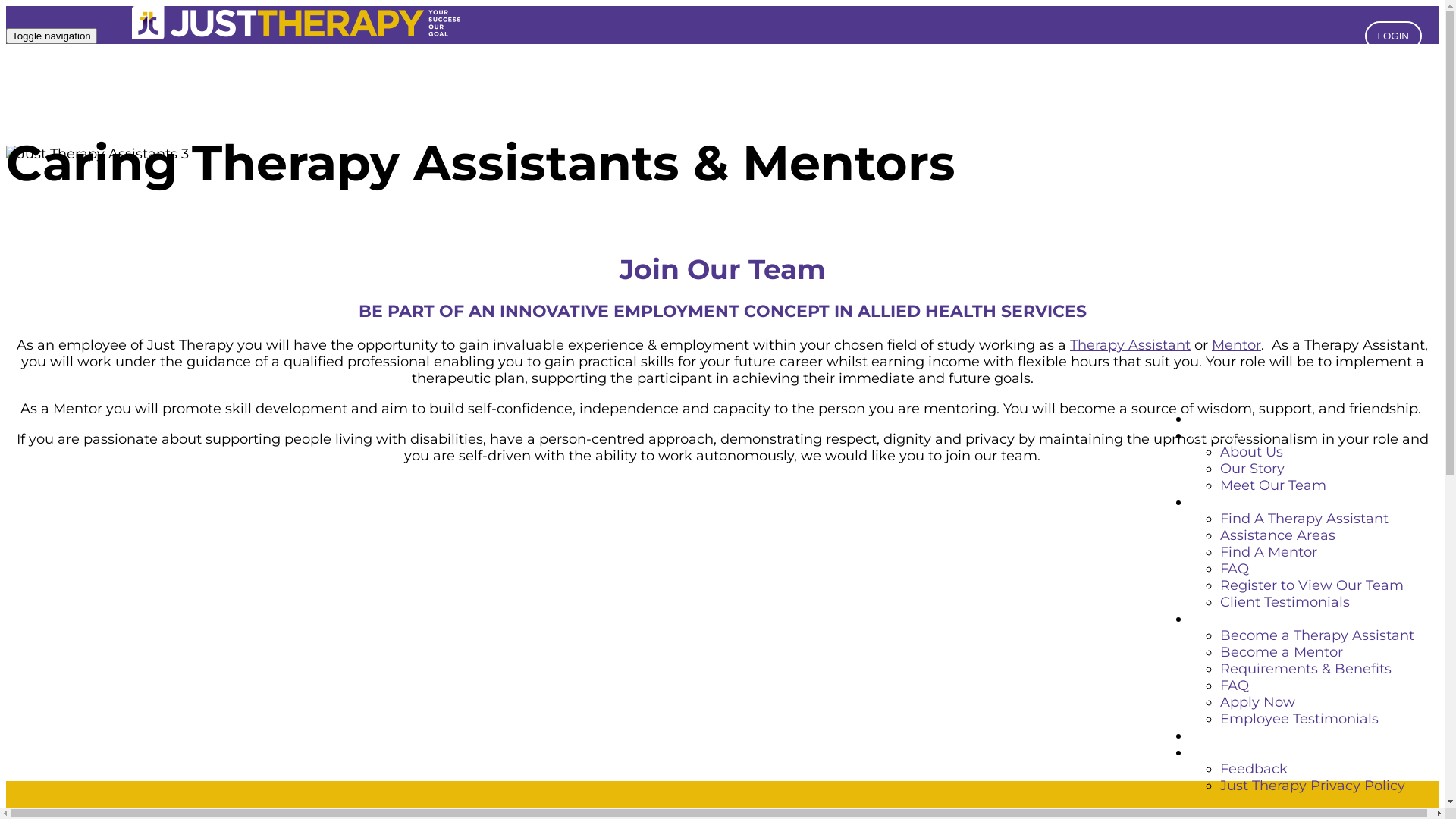  Describe the element at coordinates (1254, 769) in the screenshot. I see `'Feedback'` at that location.